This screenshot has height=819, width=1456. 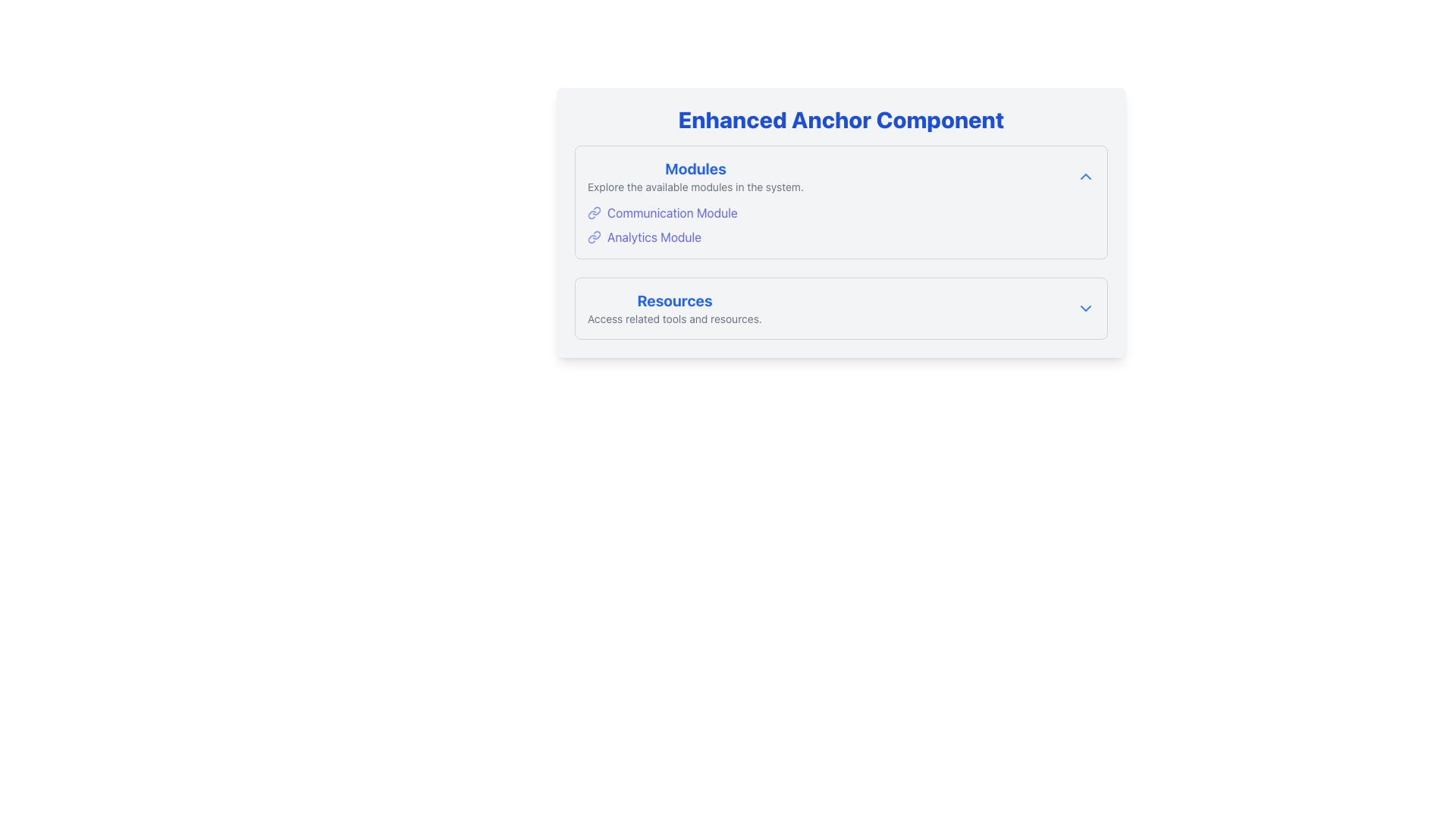 What do you see at coordinates (695, 175) in the screenshot?
I see `the section header element titled 'Modules' which provides a description about available modules in the system` at bounding box center [695, 175].